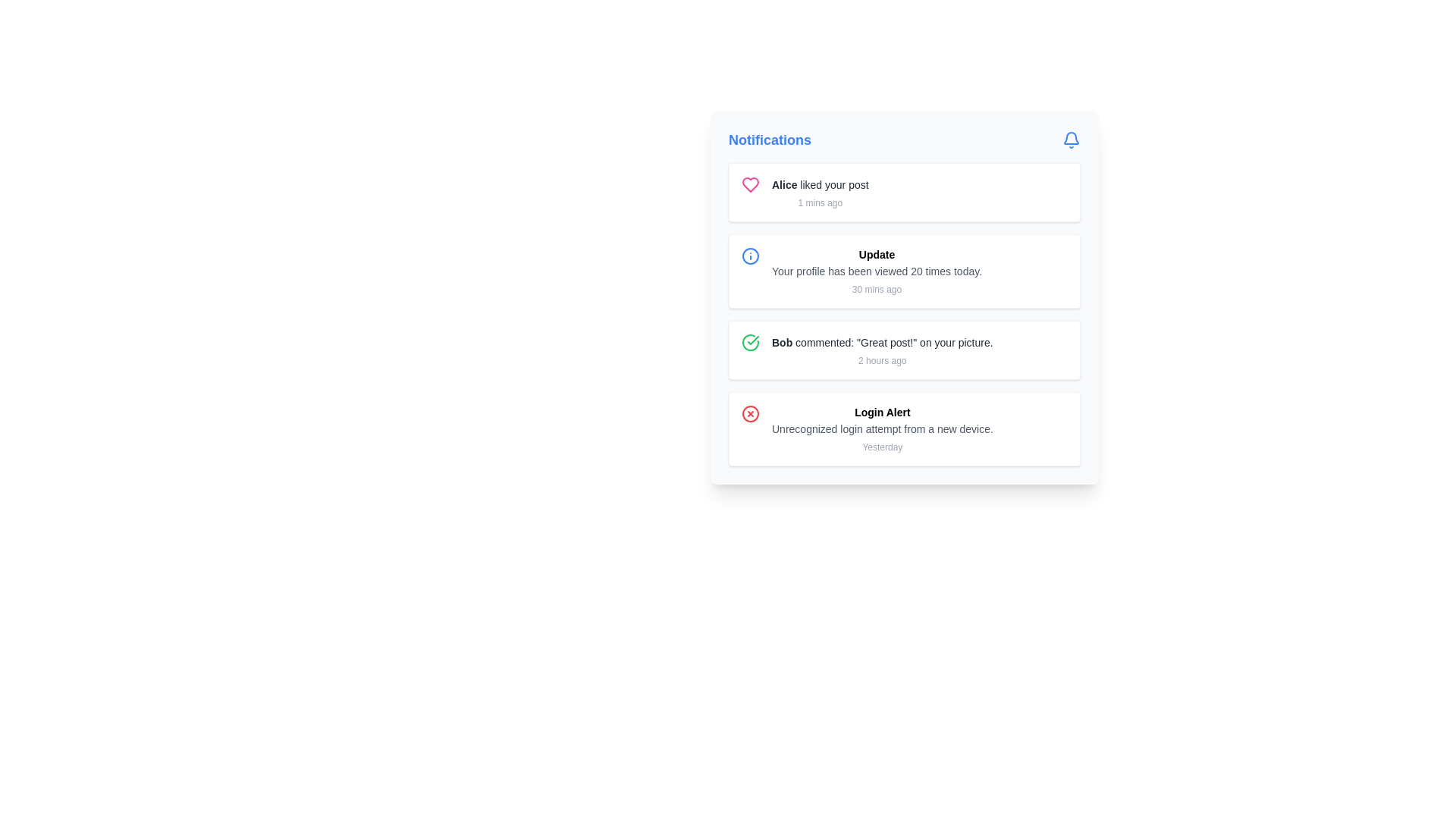 The image size is (1456, 819). Describe the element at coordinates (877, 253) in the screenshot. I see `the heading text label of the notification card that summarizes the content, located at the top of the card` at that location.